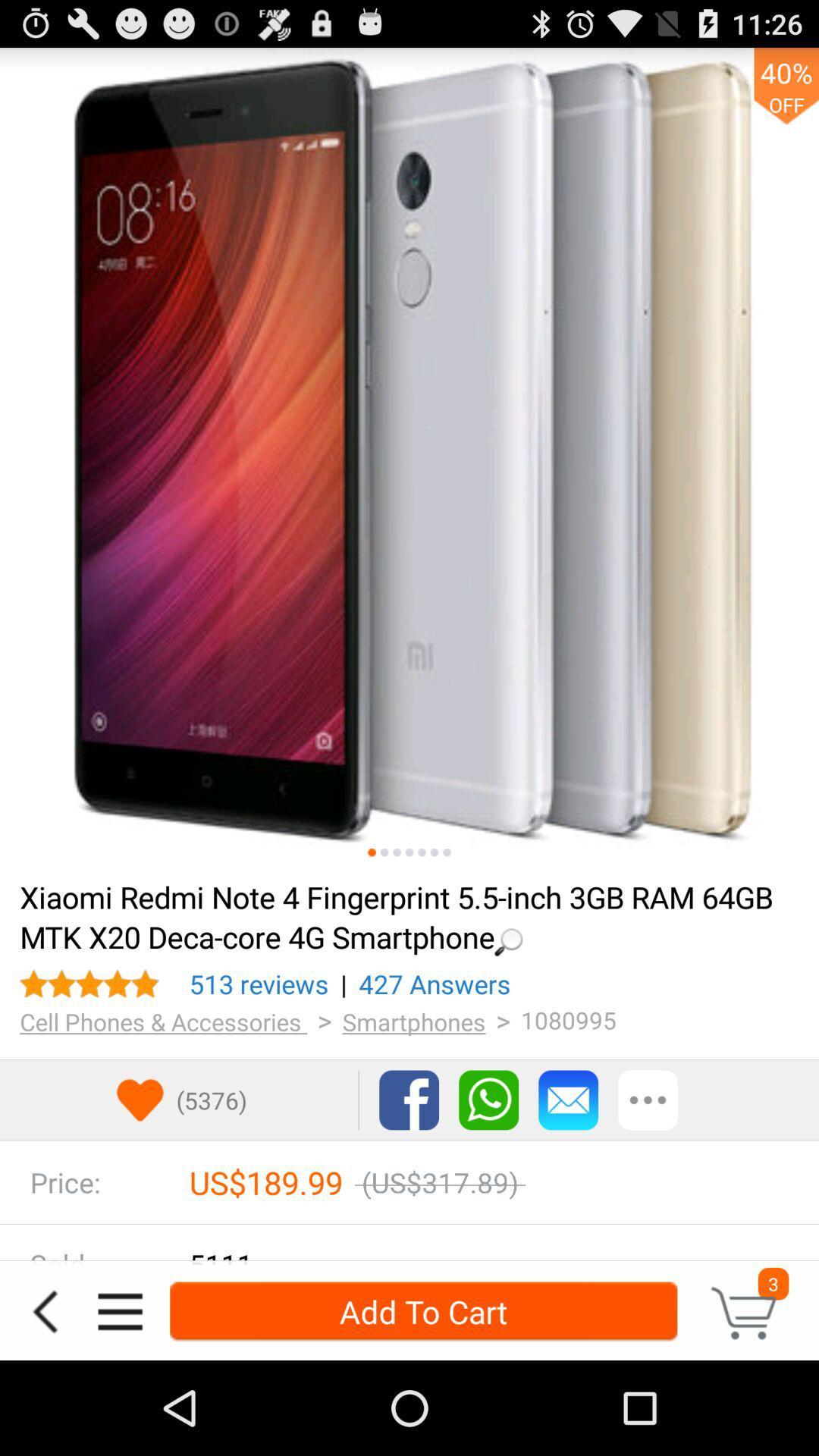 The image size is (819, 1456). Describe the element at coordinates (409, 457) in the screenshot. I see `the item above loading...` at that location.